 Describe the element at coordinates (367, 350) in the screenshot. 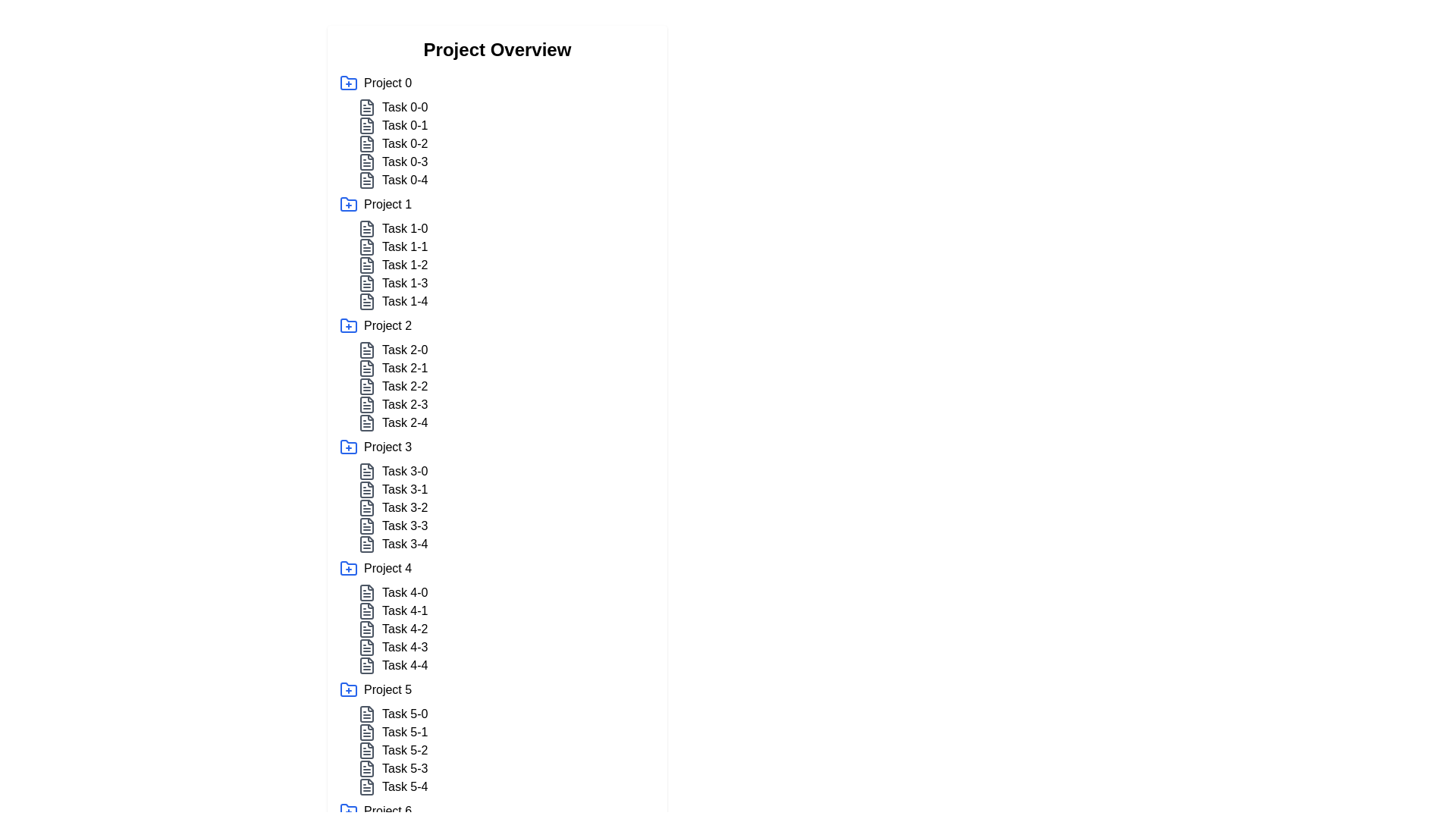

I see `the icon representing 'Task 2-0' located under 'Project 2' in the hierarchical list` at that location.